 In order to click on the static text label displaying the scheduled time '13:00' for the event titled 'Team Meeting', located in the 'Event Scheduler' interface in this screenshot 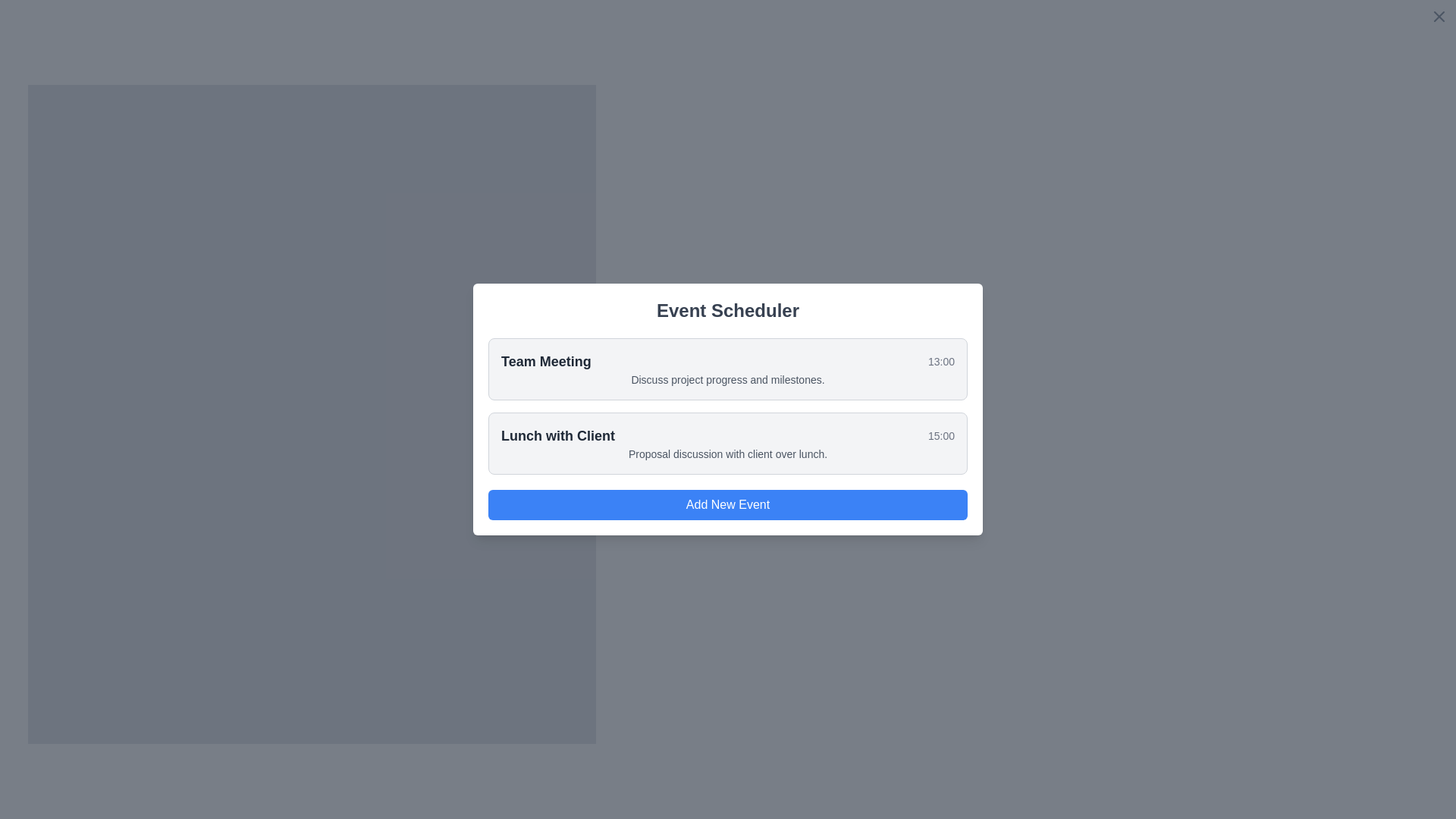, I will do `click(940, 362)`.